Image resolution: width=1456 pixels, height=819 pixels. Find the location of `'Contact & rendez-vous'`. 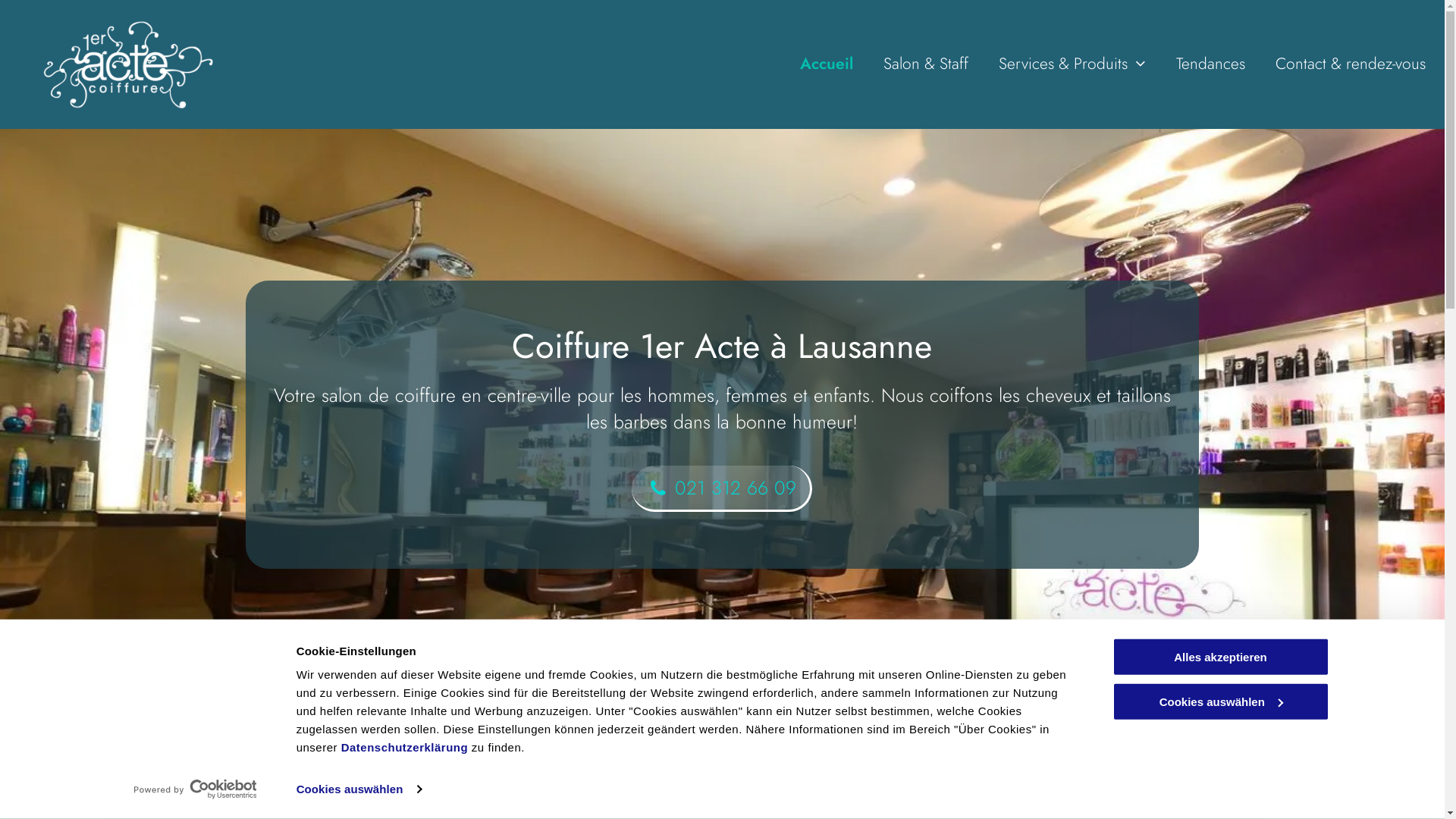

'Contact & rendez-vous' is located at coordinates (1350, 63).